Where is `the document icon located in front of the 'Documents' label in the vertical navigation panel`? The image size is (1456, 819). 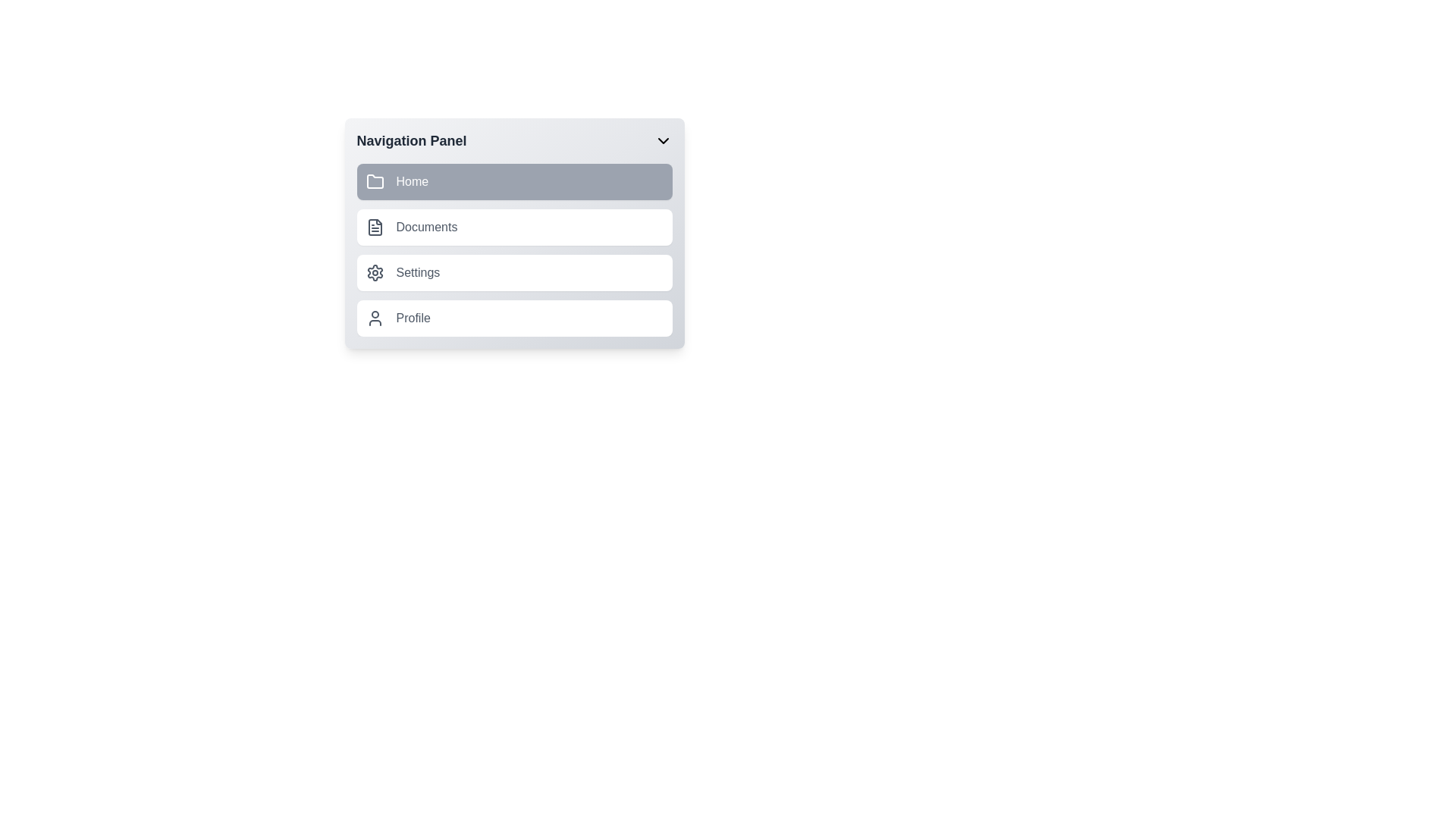
the document icon located in front of the 'Documents' label in the vertical navigation panel is located at coordinates (375, 227).